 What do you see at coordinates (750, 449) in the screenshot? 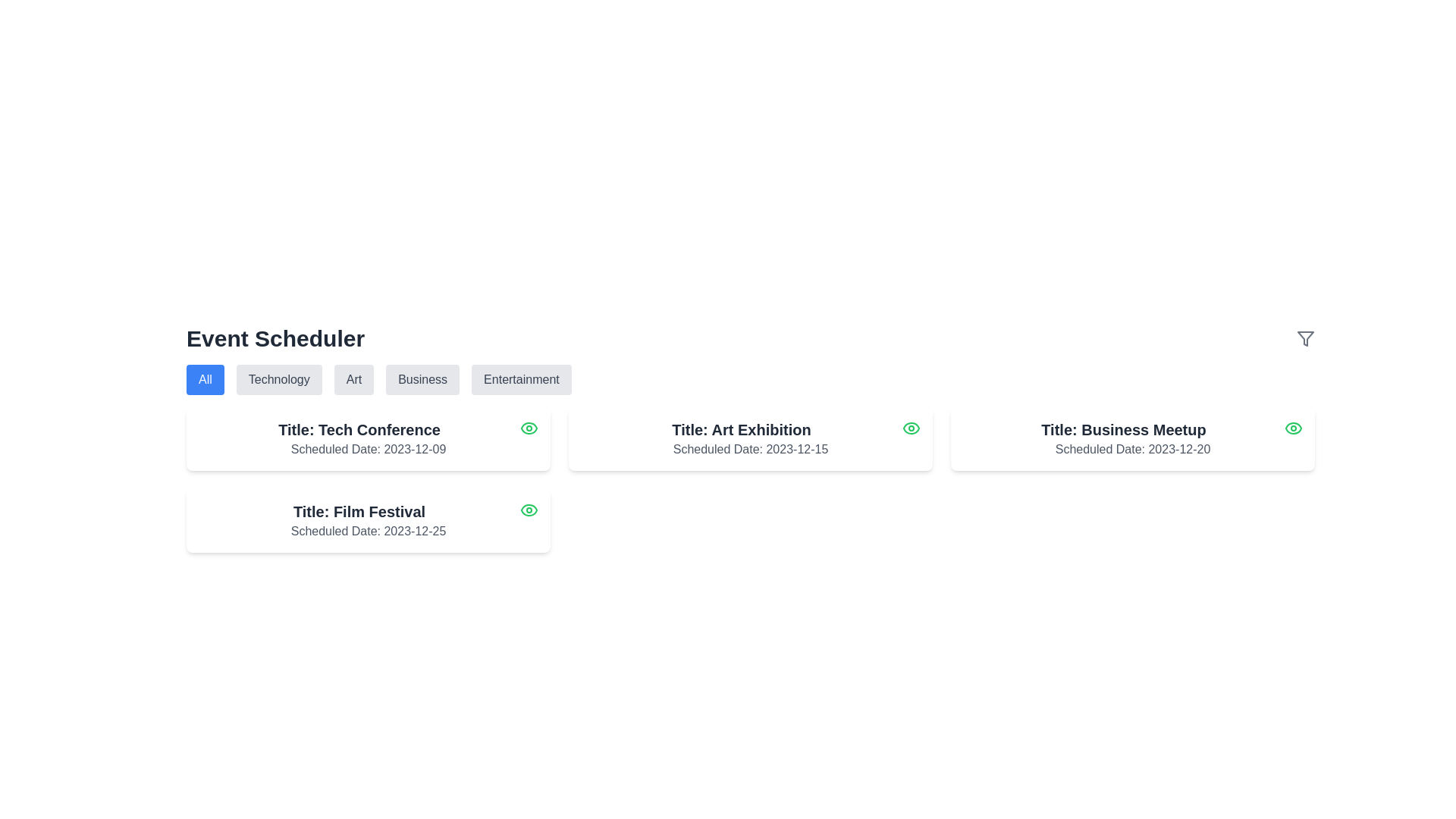
I see `the text label displaying 'Scheduled Date: 2023-12-15' styled in gray, located below the event title 'Title: Art Exhibition' within a white rounded card` at bounding box center [750, 449].